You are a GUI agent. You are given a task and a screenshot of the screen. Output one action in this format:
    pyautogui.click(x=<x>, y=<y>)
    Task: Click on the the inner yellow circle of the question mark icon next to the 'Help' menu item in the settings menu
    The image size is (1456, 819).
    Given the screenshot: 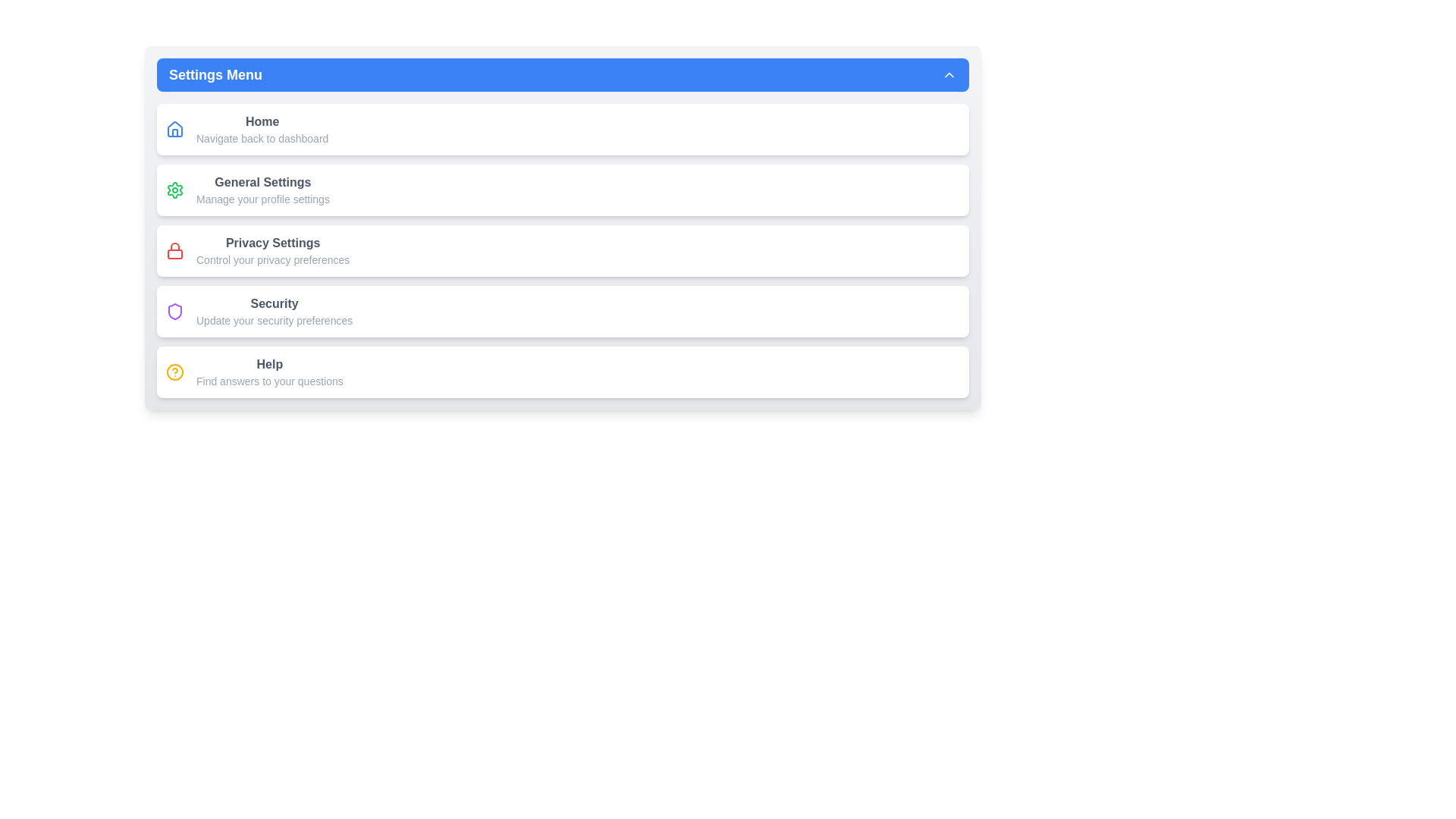 What is the action you would take?
    pyautogui.click(x=174, y=372)
    